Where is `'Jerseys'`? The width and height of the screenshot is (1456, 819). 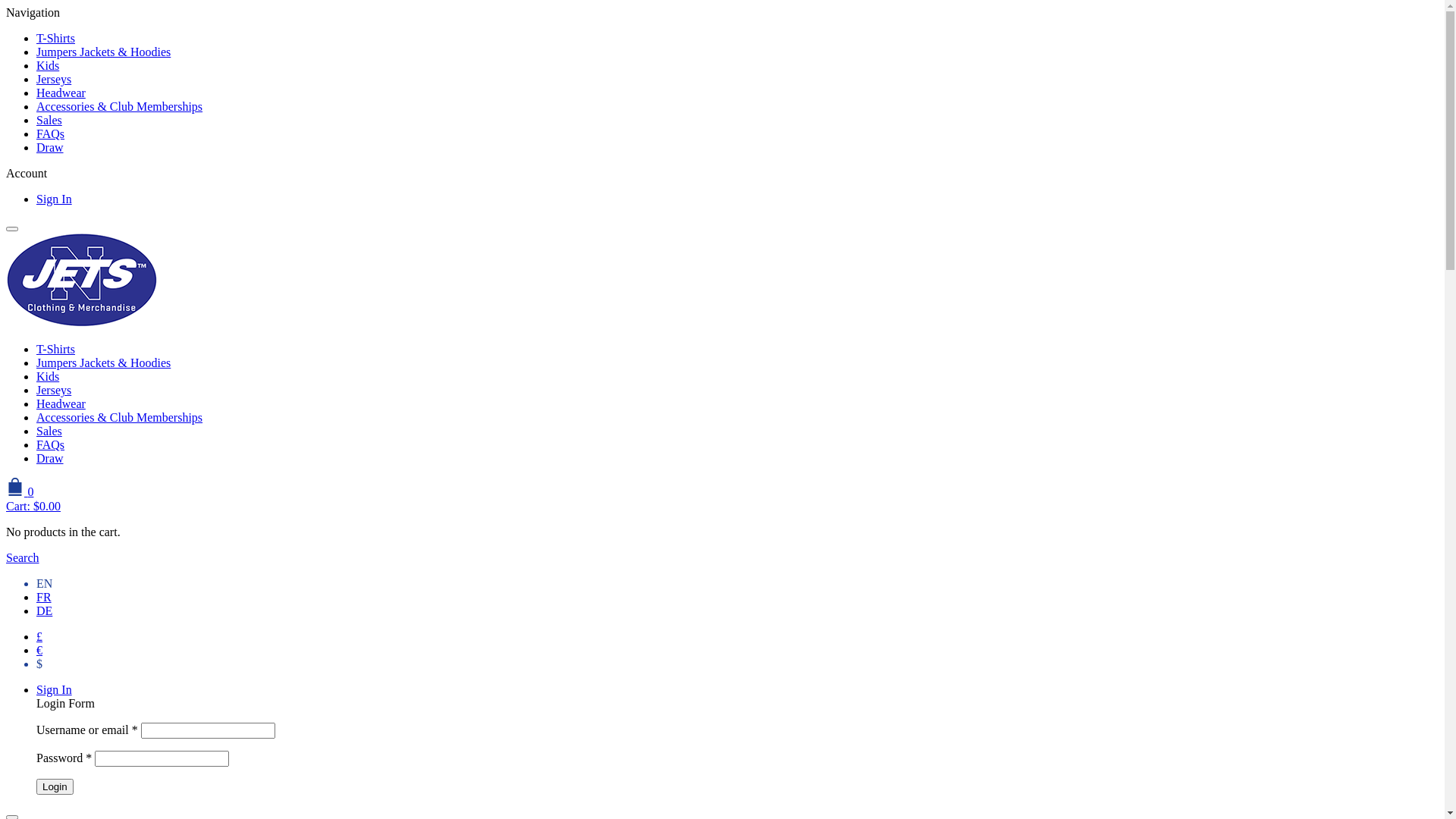 'Jerseys' is located at coordinates (54, 79).